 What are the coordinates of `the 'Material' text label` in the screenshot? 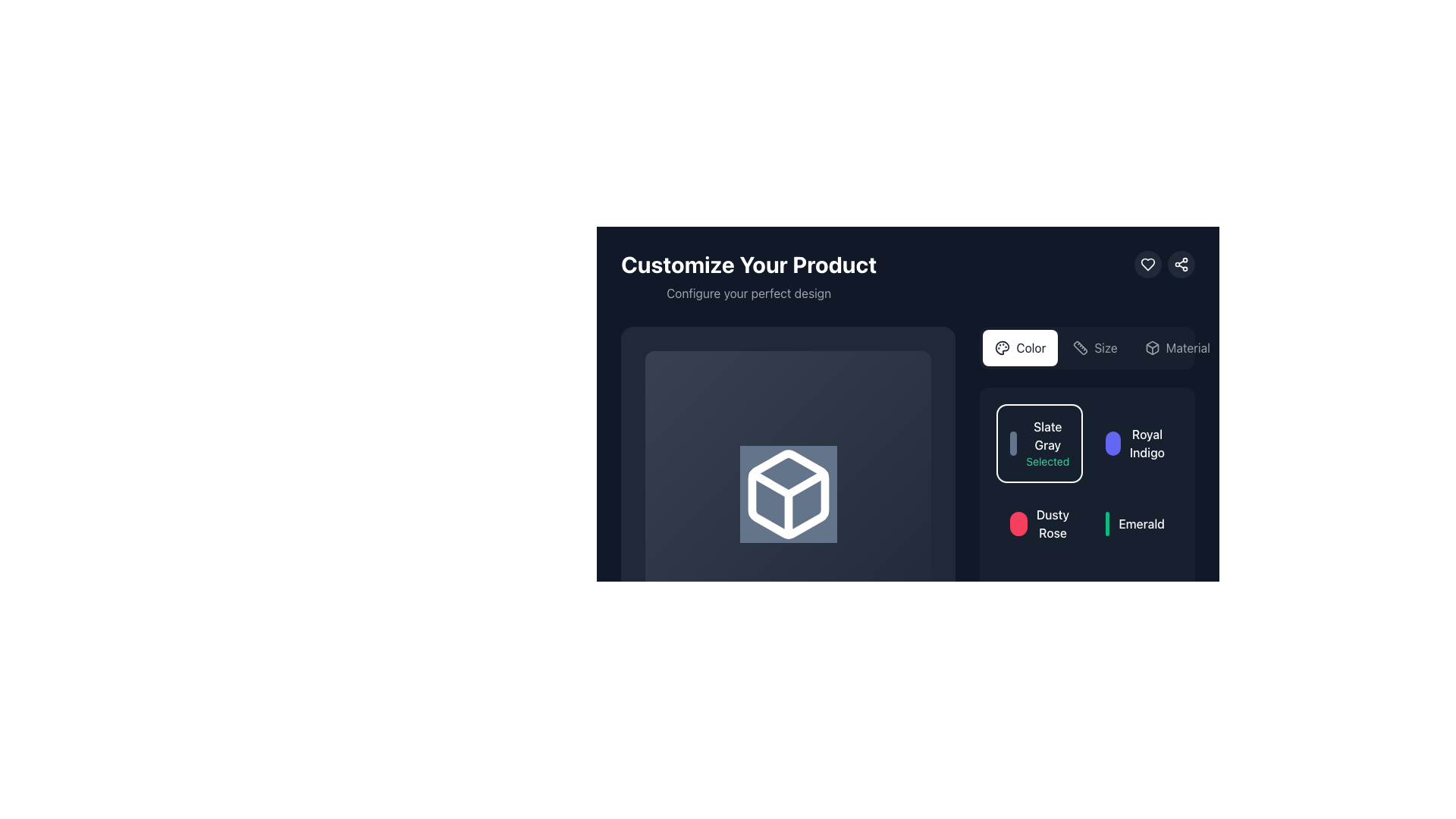 It's located at (1187, 348).